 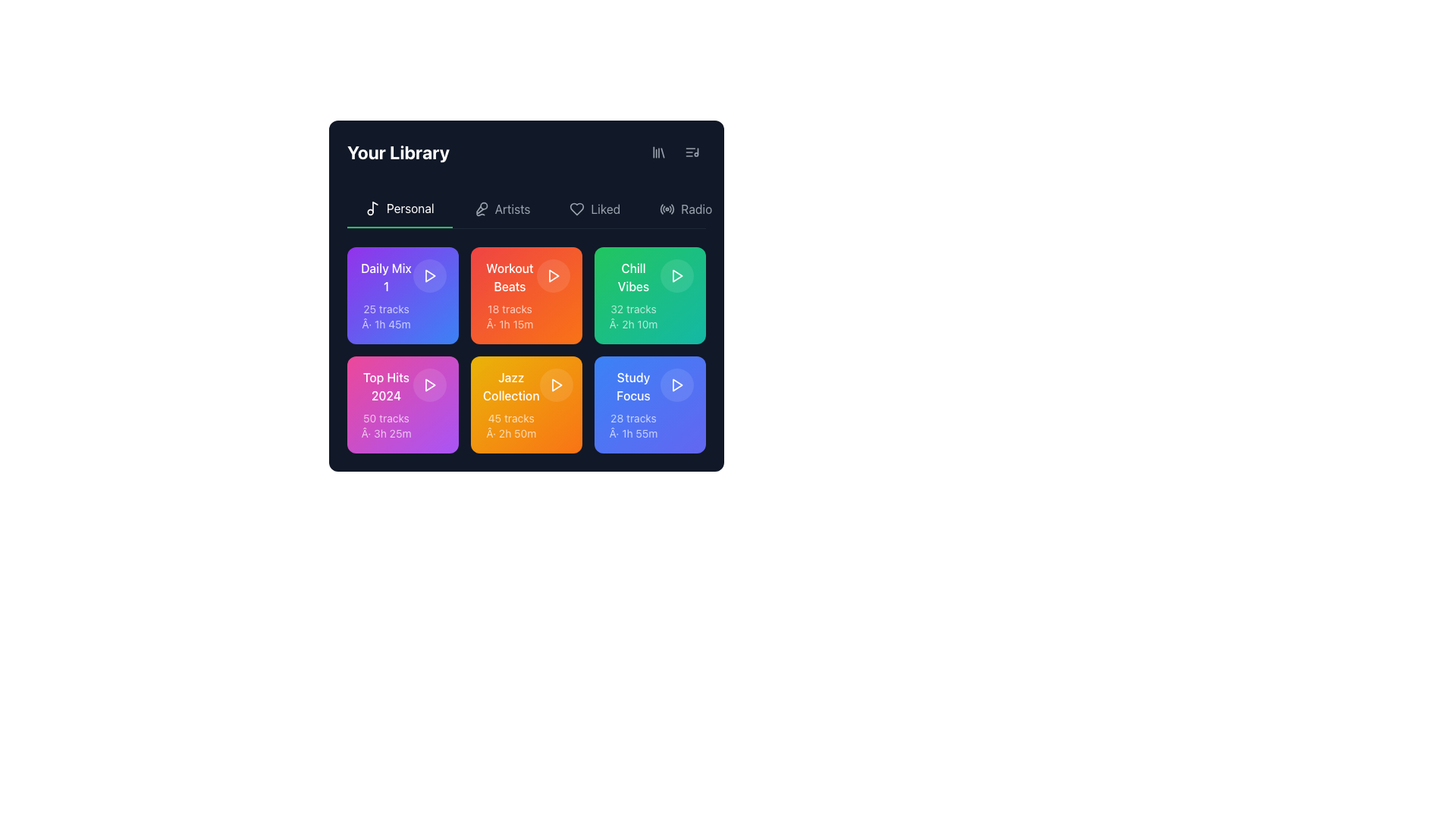 What do you see at coordinates (510, 315) in the screenshot?
I see `the text label displaying the metadata for the 'Workout Beats' playlist, which shows the number of tracks and total playtime duration, located beneath the title text 'Workout Beats'` at bounding box center [510, 315].